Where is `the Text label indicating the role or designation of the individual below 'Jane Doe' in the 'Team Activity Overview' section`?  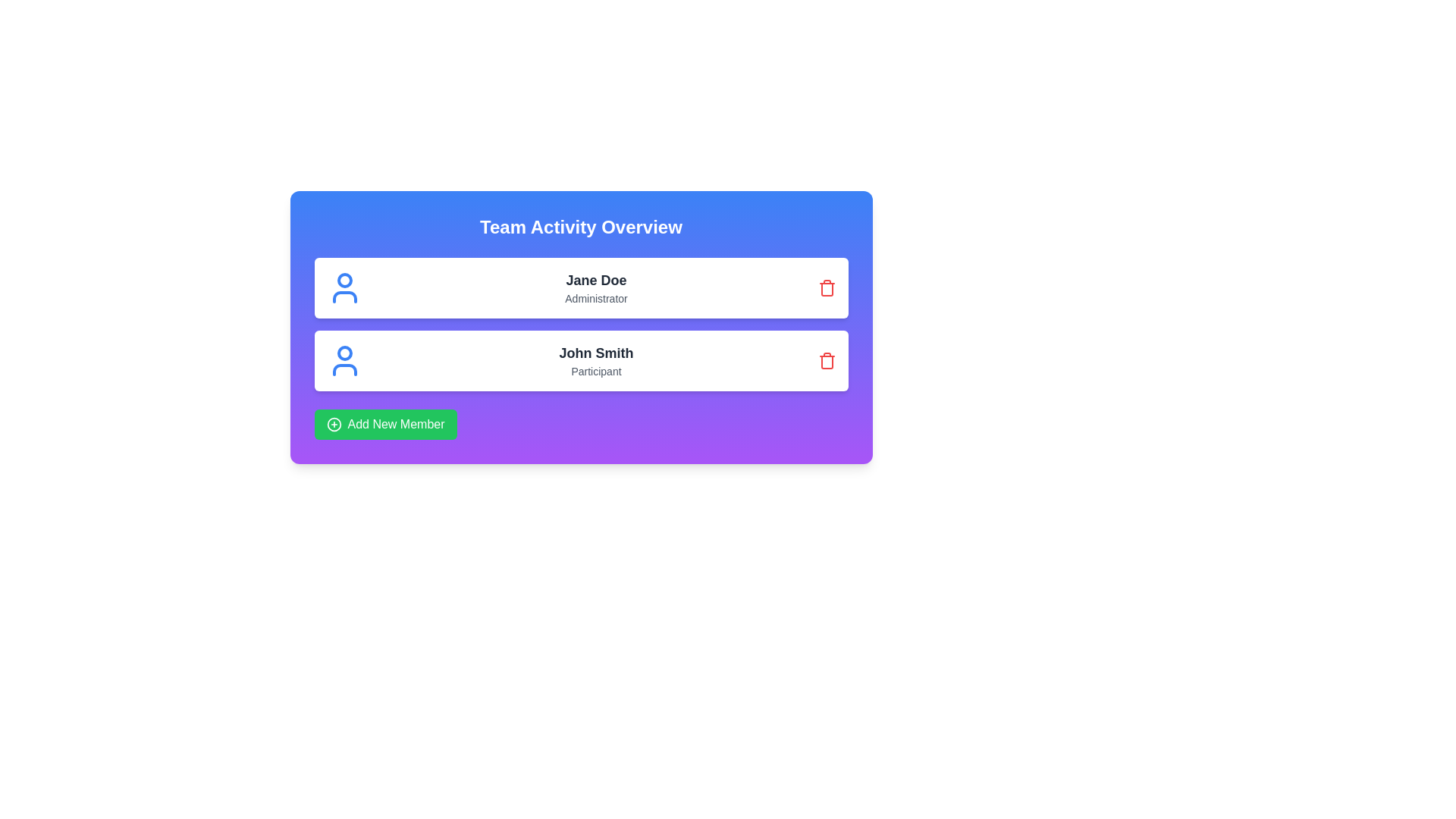
the Text label indicating the role or designation of the individual below 'Jane Doe' in the 'Team Activity Overview' section is located at coordinates (595, 298).